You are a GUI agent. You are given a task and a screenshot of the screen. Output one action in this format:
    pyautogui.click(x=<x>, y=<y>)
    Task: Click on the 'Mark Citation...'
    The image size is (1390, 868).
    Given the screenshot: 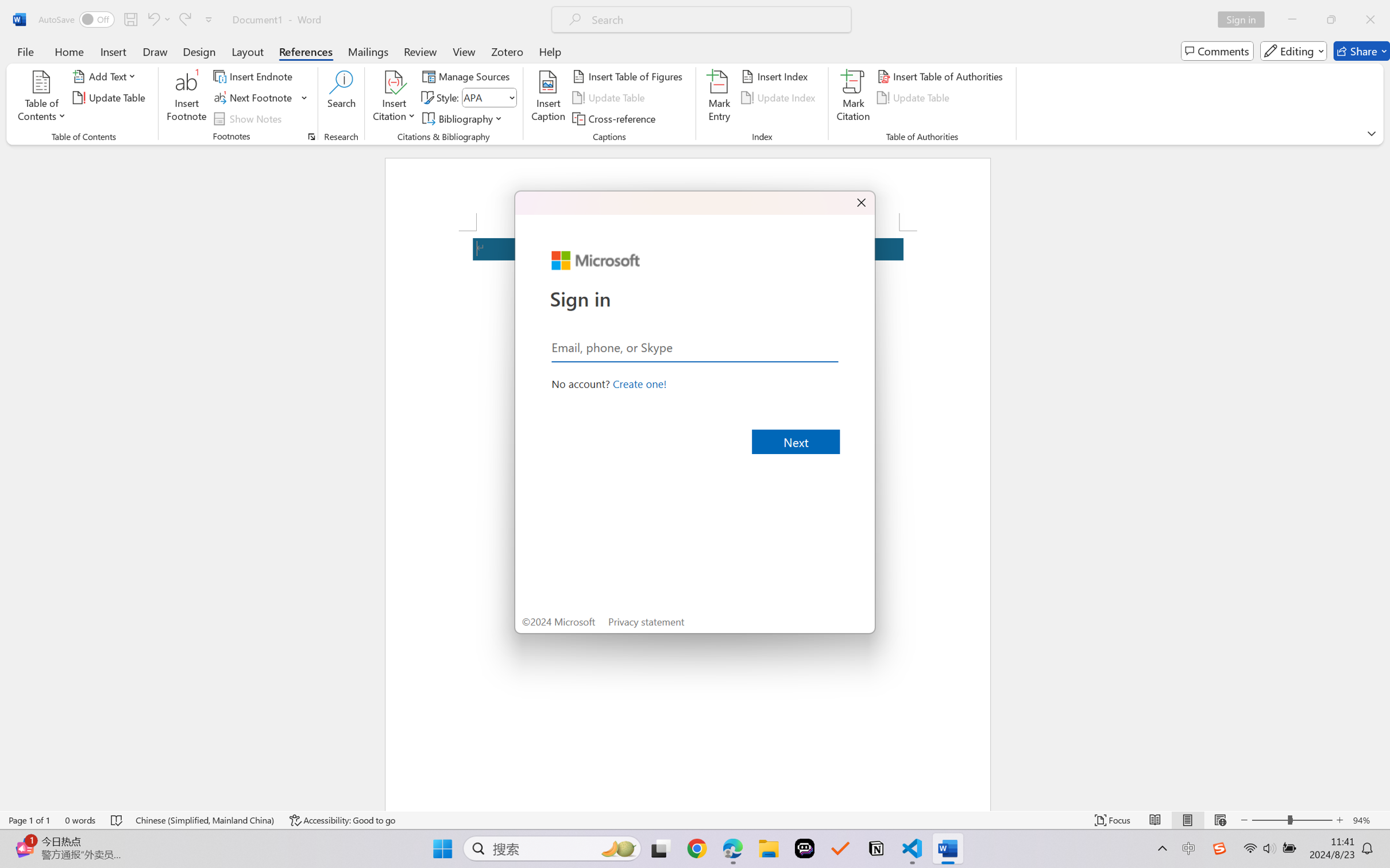 What is the action you would take?
    pyautogui.click(x=852, y=98)
    